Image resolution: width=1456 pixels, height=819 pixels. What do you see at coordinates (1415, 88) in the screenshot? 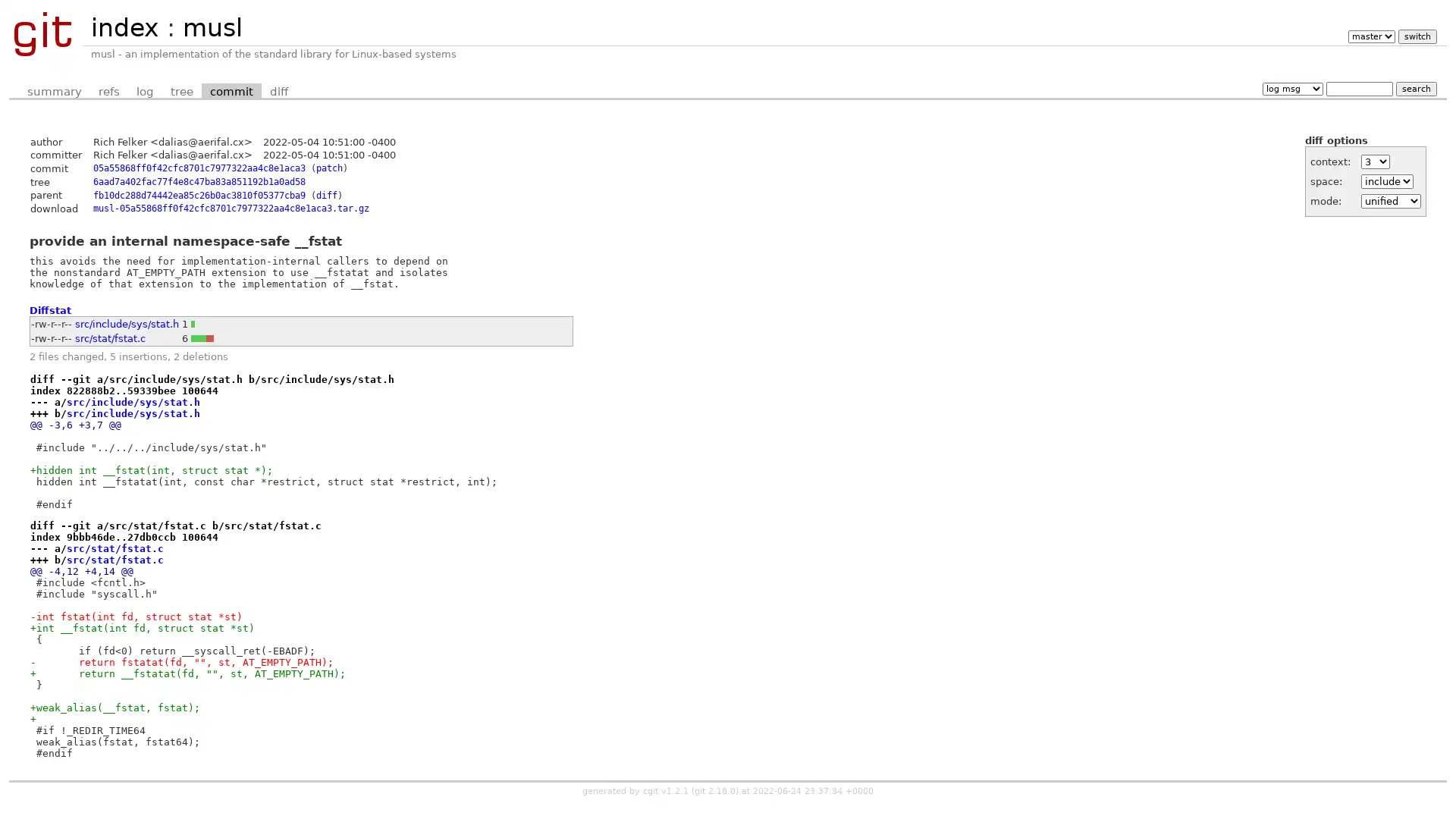
I see `search` at bounding box center [1415, 88].